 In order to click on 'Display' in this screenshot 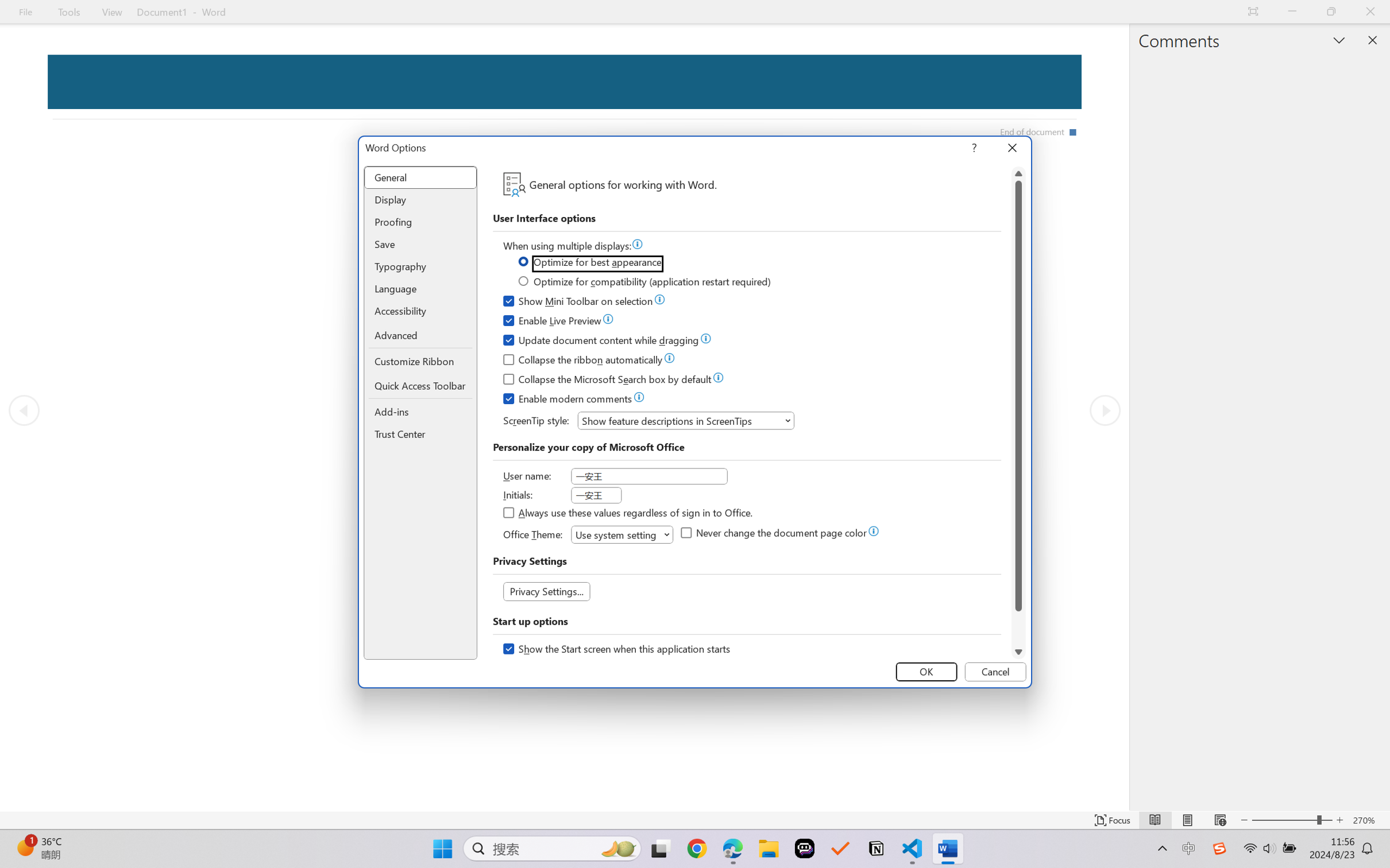, I will do `click(420, 200)`.